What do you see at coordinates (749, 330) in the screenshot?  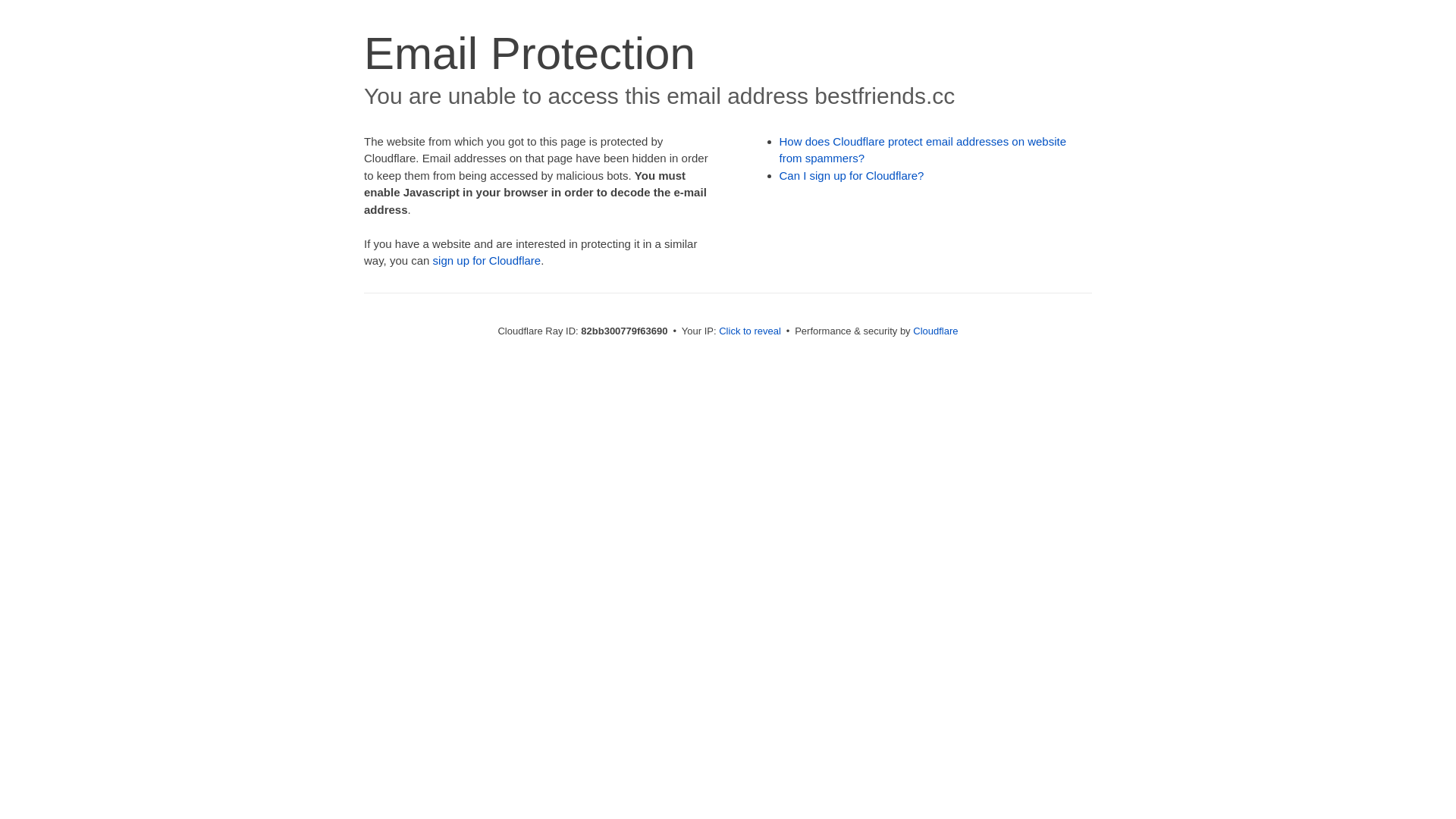 I see `'Click to reveal'` at bounding box center [749, 330].